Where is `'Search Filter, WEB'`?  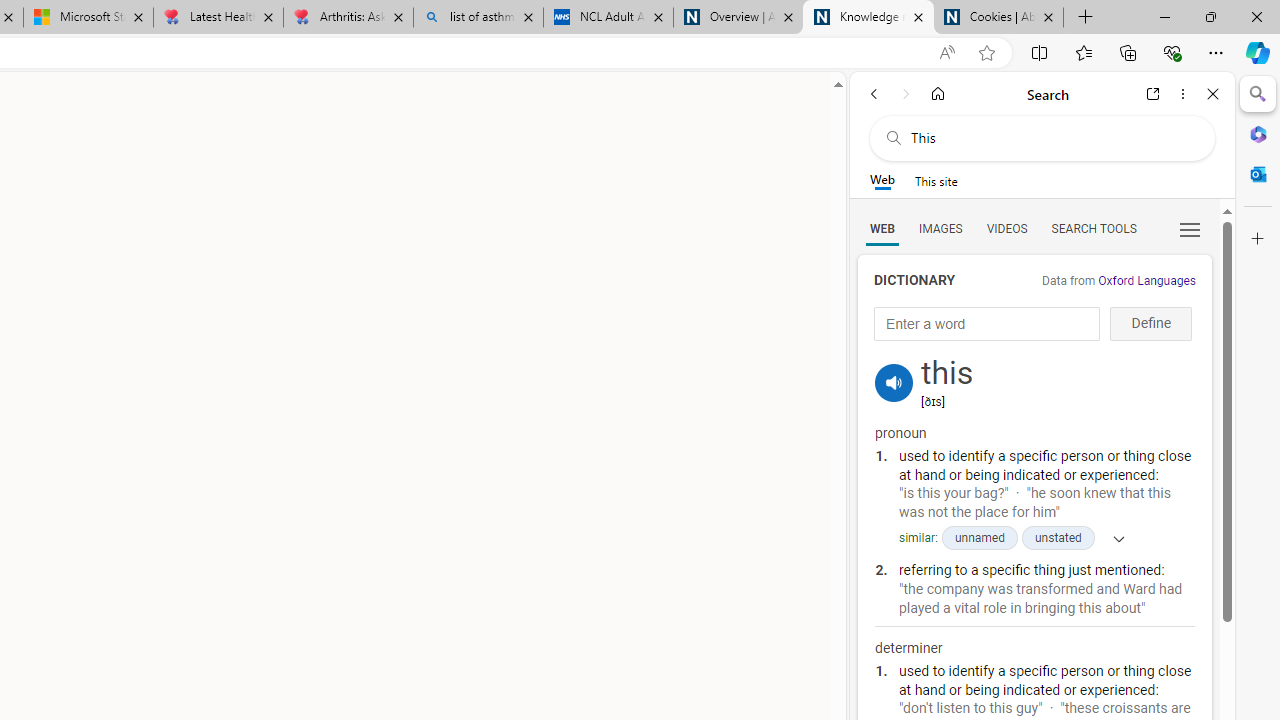 'Search Filter, WEB' is located at coordinates (881, 227).